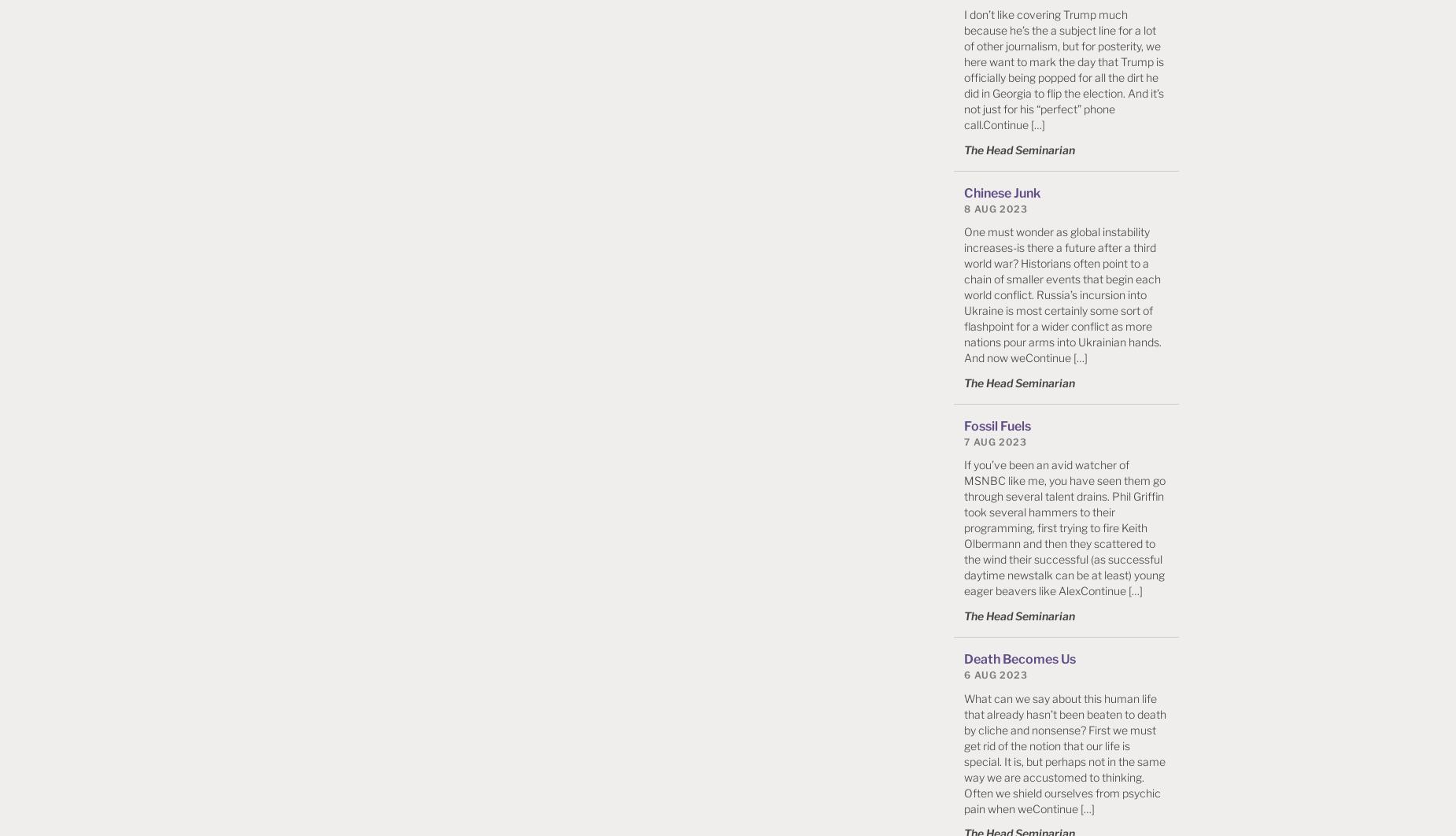 The width and height of the screenshot is (1456, 836). What do you see at coordinates (995, 208) in the screenshot?
I see `'8 Aug 2023'` at bounding box center [995, 208].